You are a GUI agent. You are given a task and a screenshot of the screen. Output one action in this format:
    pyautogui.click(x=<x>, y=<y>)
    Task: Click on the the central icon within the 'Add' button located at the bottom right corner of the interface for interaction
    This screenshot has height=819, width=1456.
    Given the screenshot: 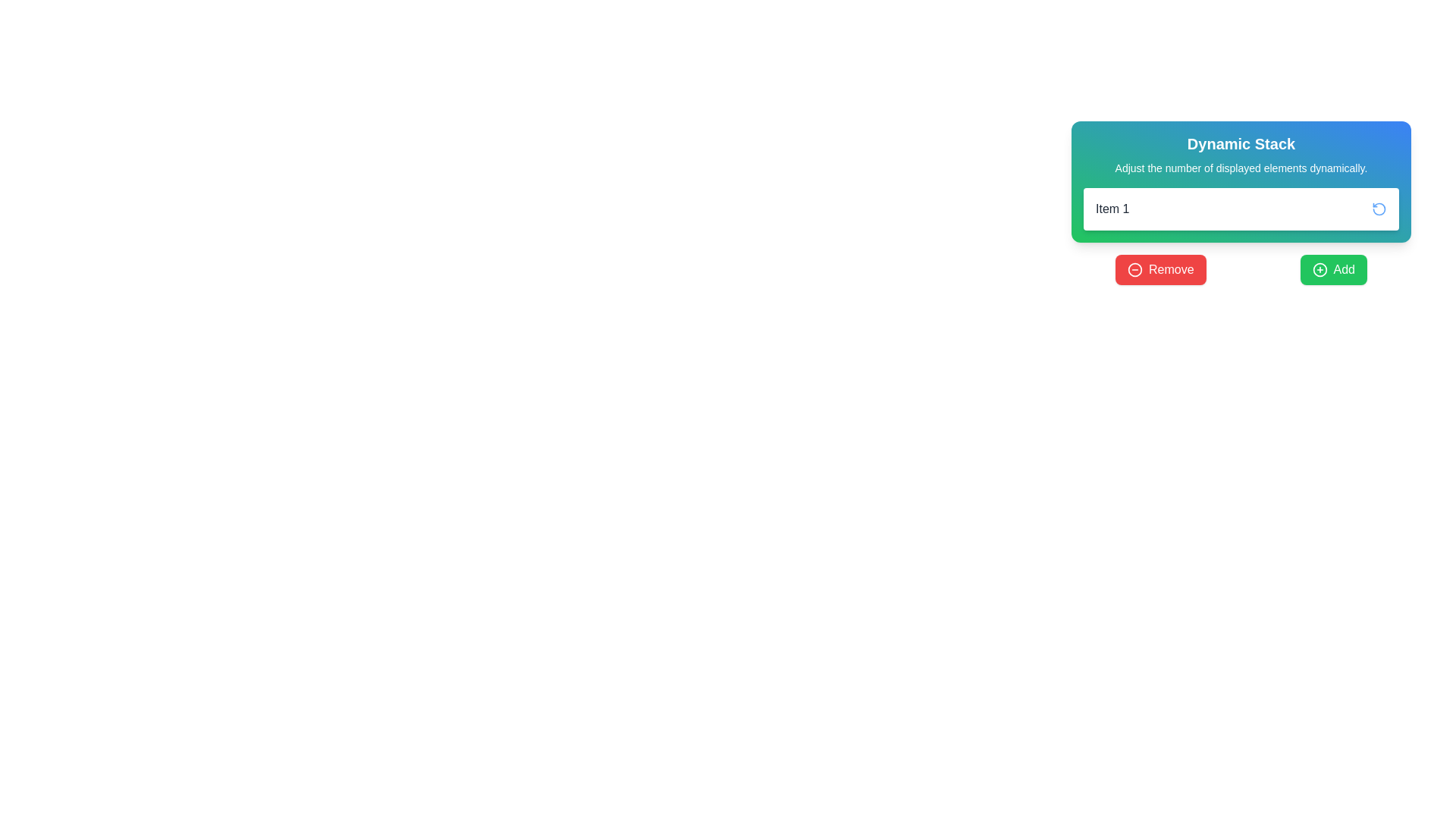 What is the action you would take?
    pyautogui.click(x=1318, y=268)
    